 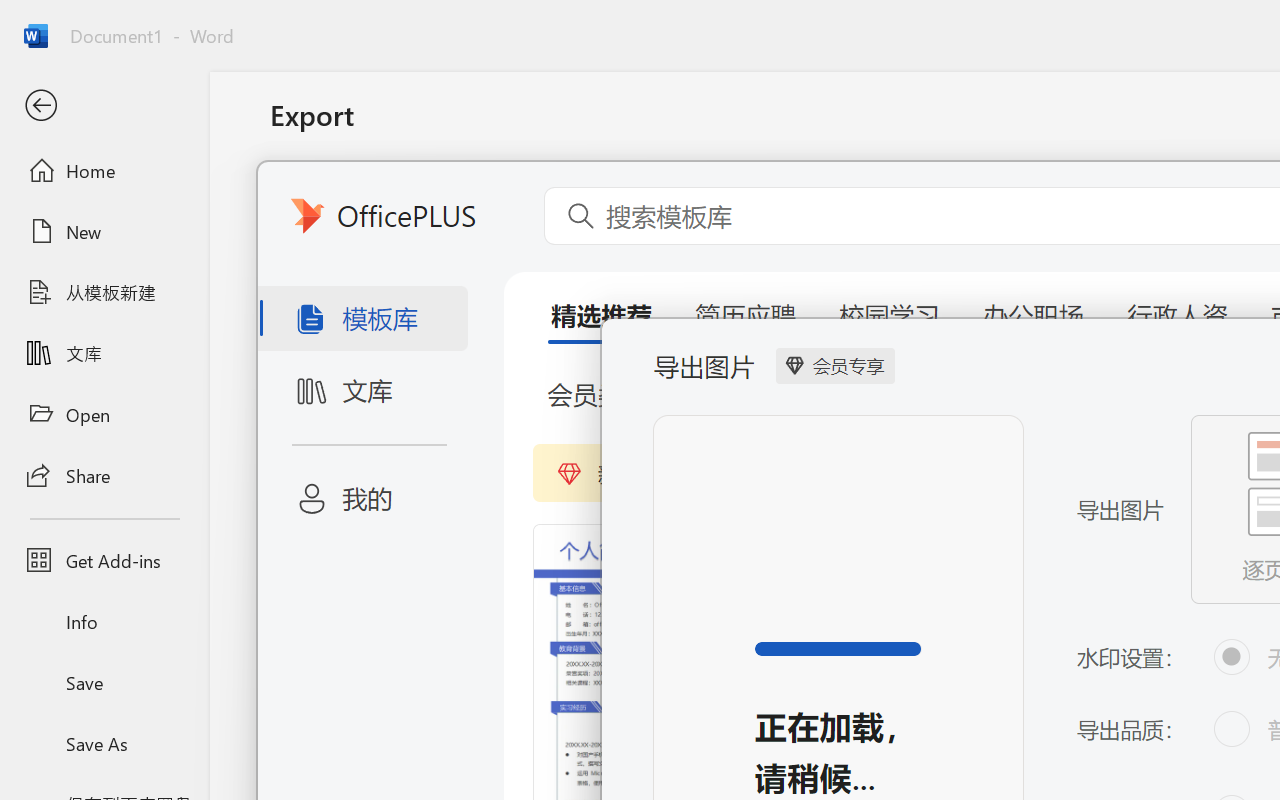 What do you see at coordinates (103, 743) in the screenshot?
I see `'Save As'` at bounding box center [103, 743].